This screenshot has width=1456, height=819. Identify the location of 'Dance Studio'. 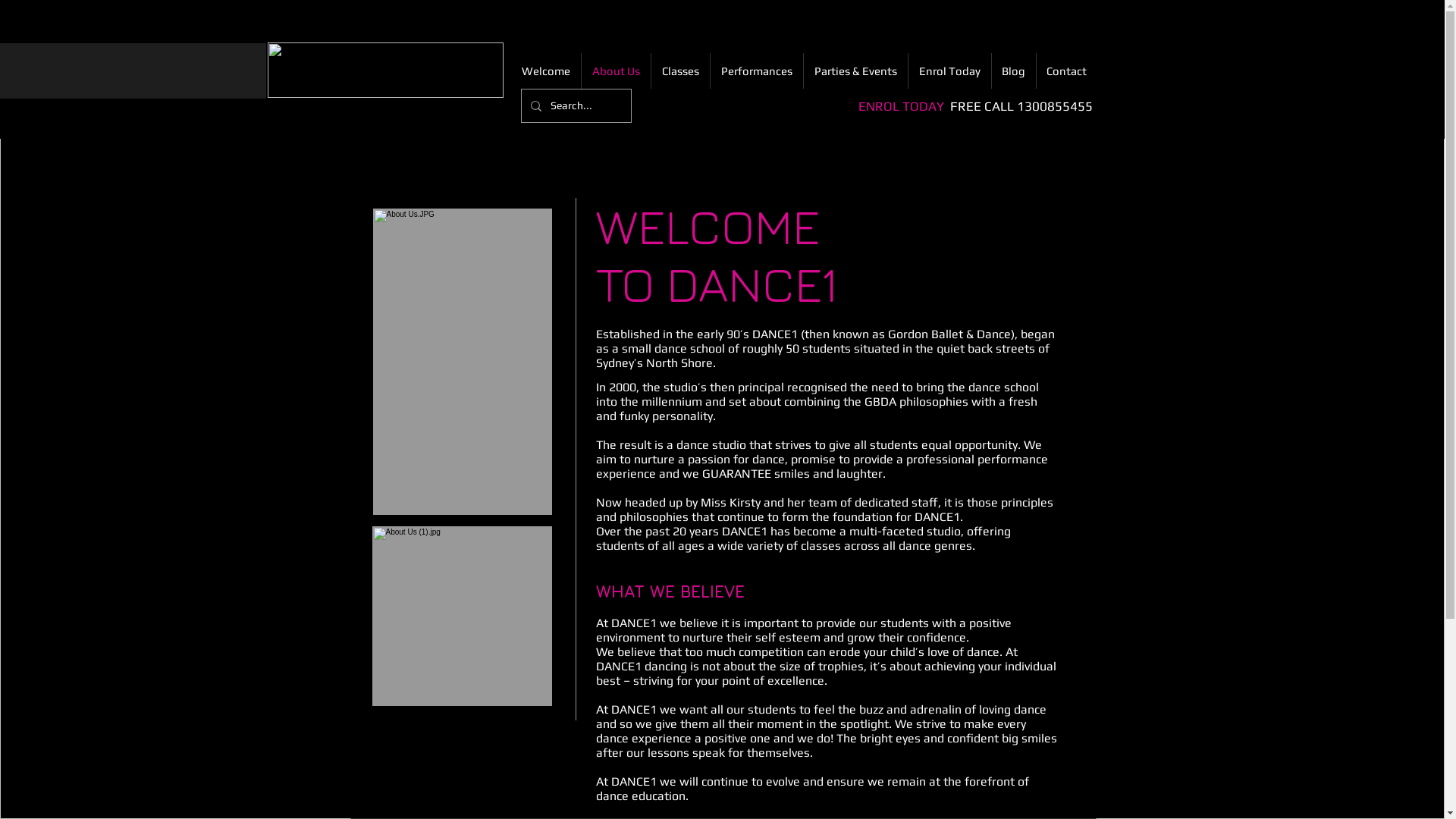
(460, 616).